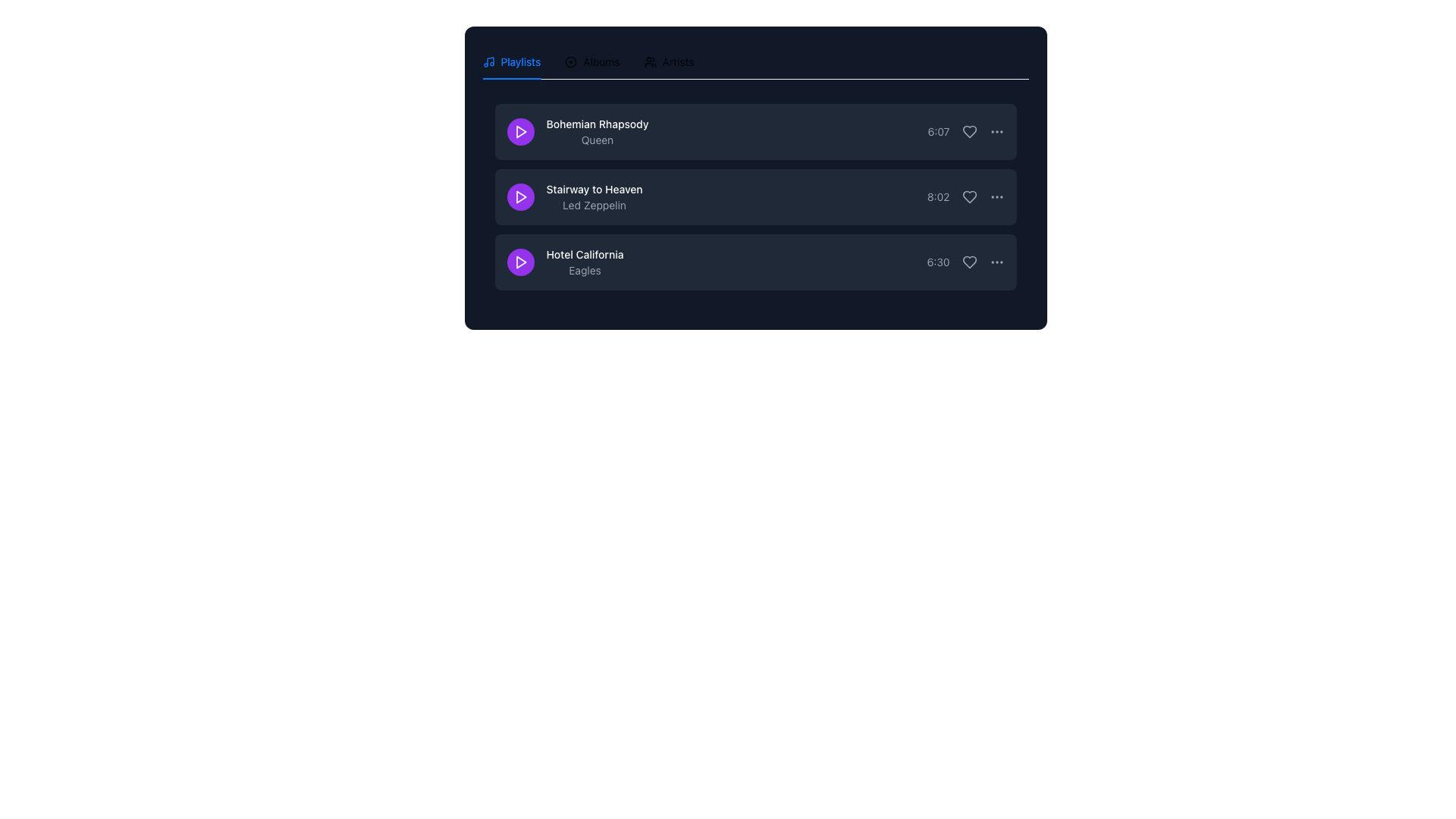 This screenshot has height=819, width=1456. What do you see at coordinates (968, 130) in the screenshot?
I see `the heart-shaped icon located to the right of the '6:07' timestamp text in the song 'Bohemian Rhapsody'` at bounding box center [968, 130].